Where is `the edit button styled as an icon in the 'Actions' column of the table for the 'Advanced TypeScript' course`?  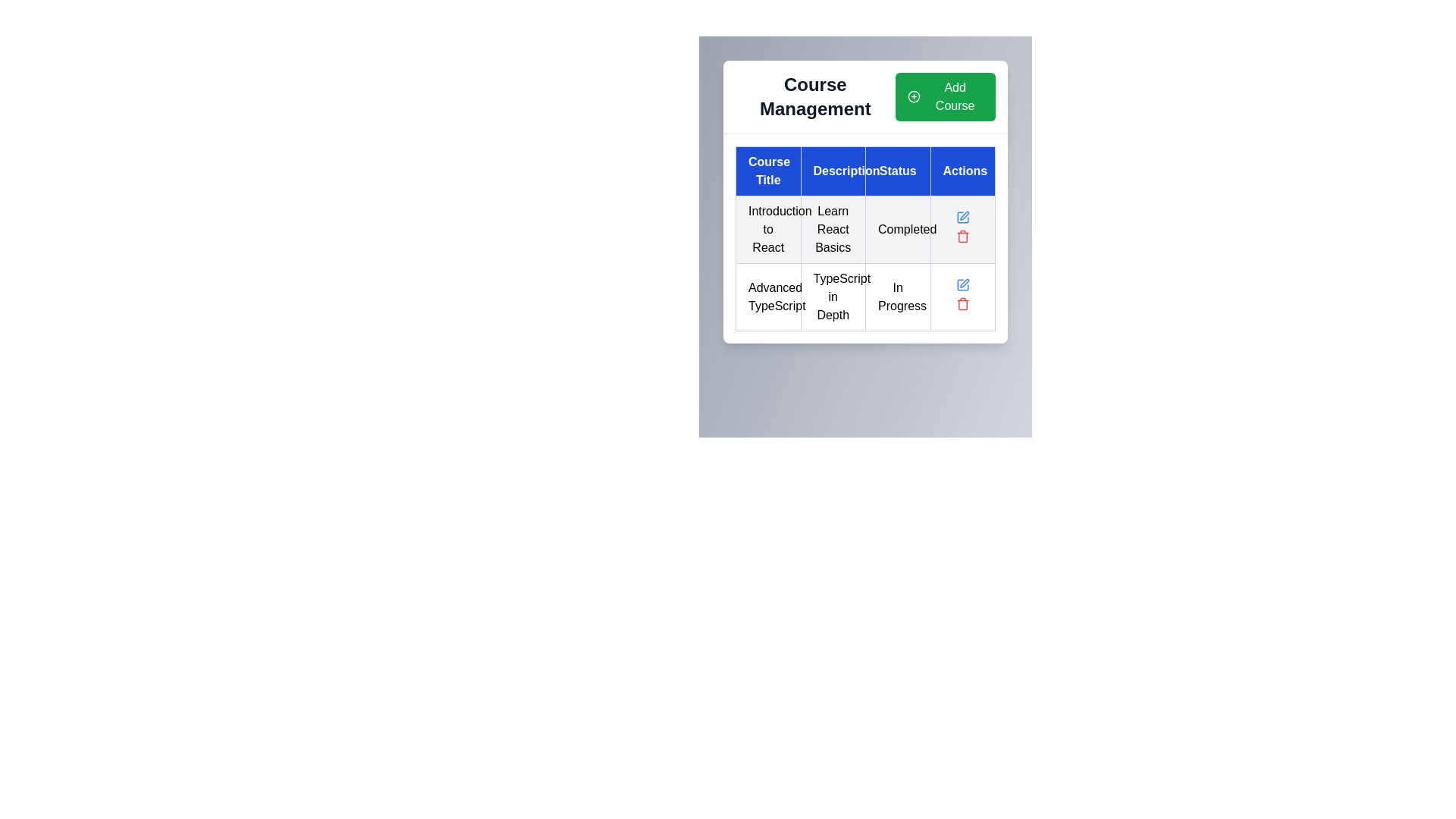 the edit button styled as an icon in the 'Actions' column of the table for the 'Advanced TypeScript' course is located at coordinates (962, 217).